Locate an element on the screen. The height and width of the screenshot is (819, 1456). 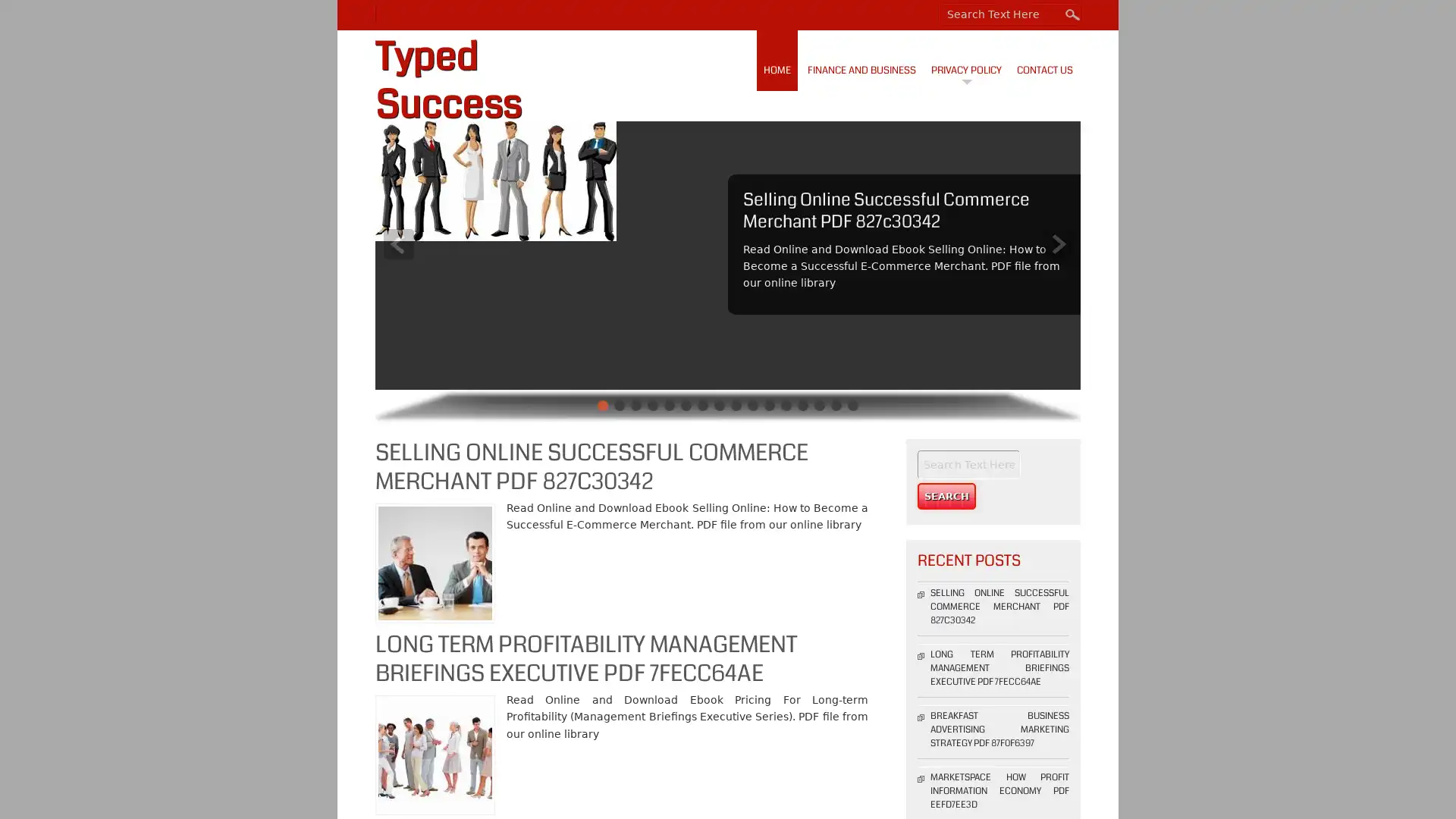
Search is located at coordinates (946, 496).